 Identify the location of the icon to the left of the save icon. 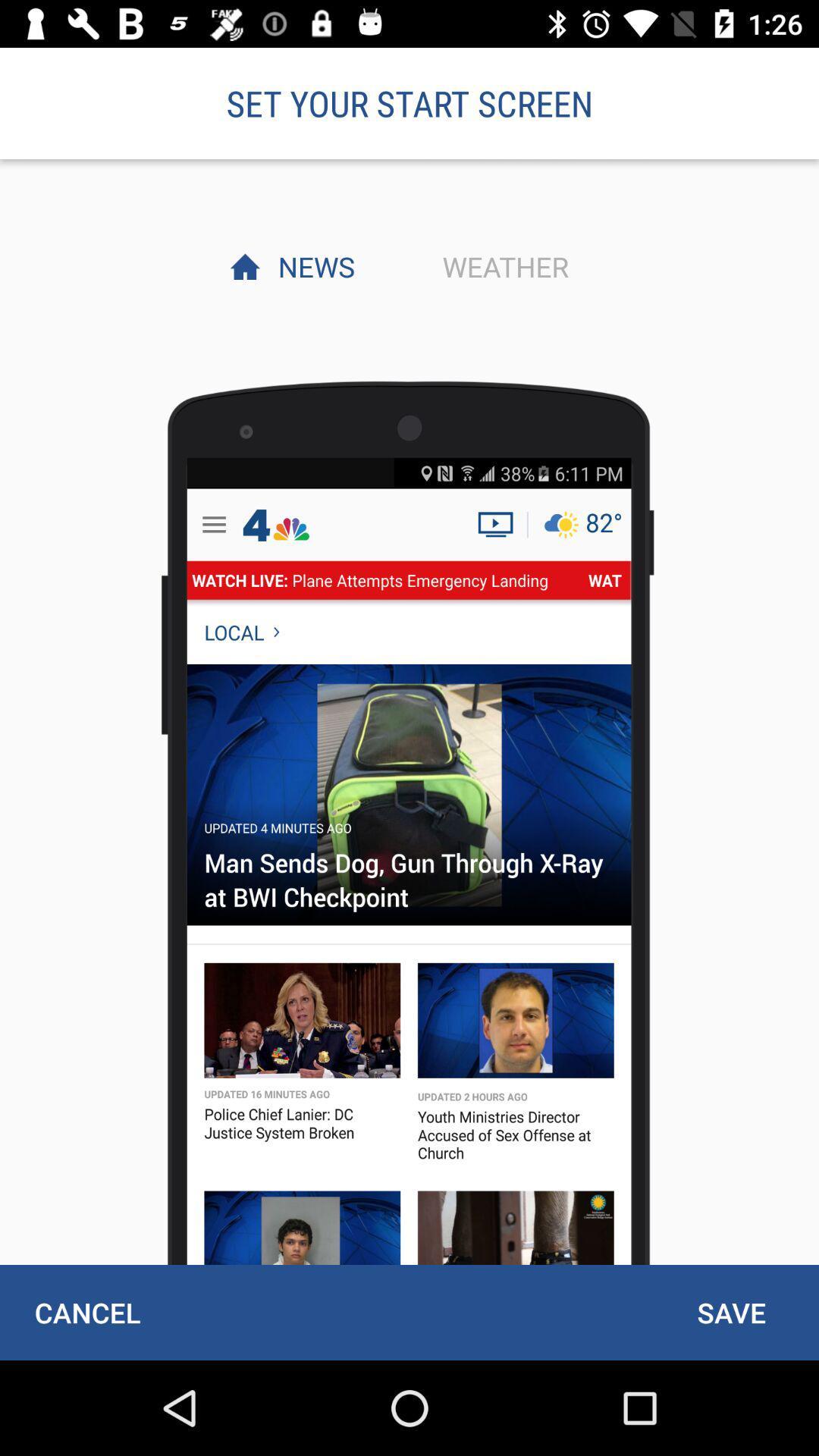
(87, 1312).